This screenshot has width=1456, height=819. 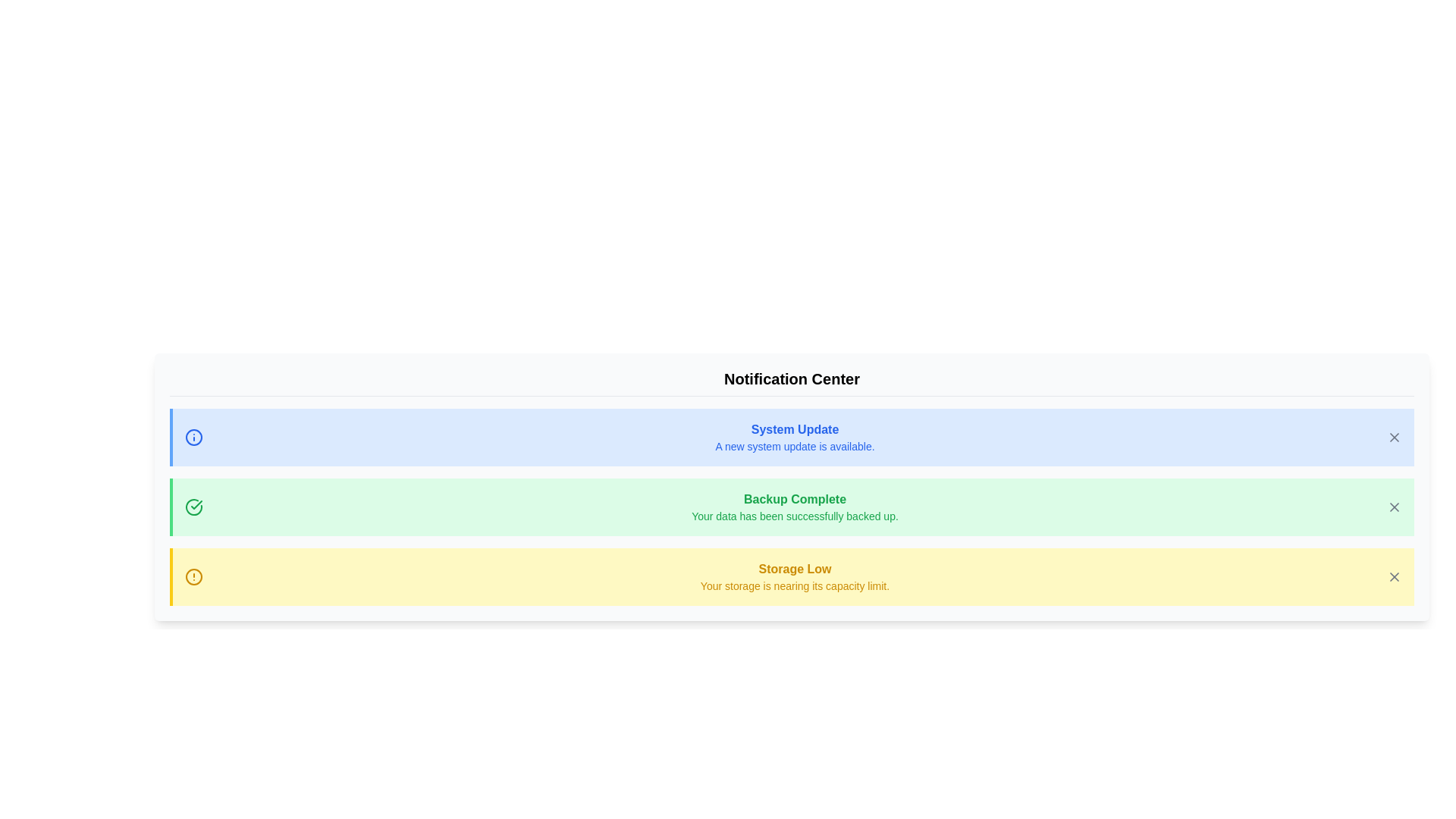 I want to click on the title of the notification to read its details, so click(x=790, y=438).